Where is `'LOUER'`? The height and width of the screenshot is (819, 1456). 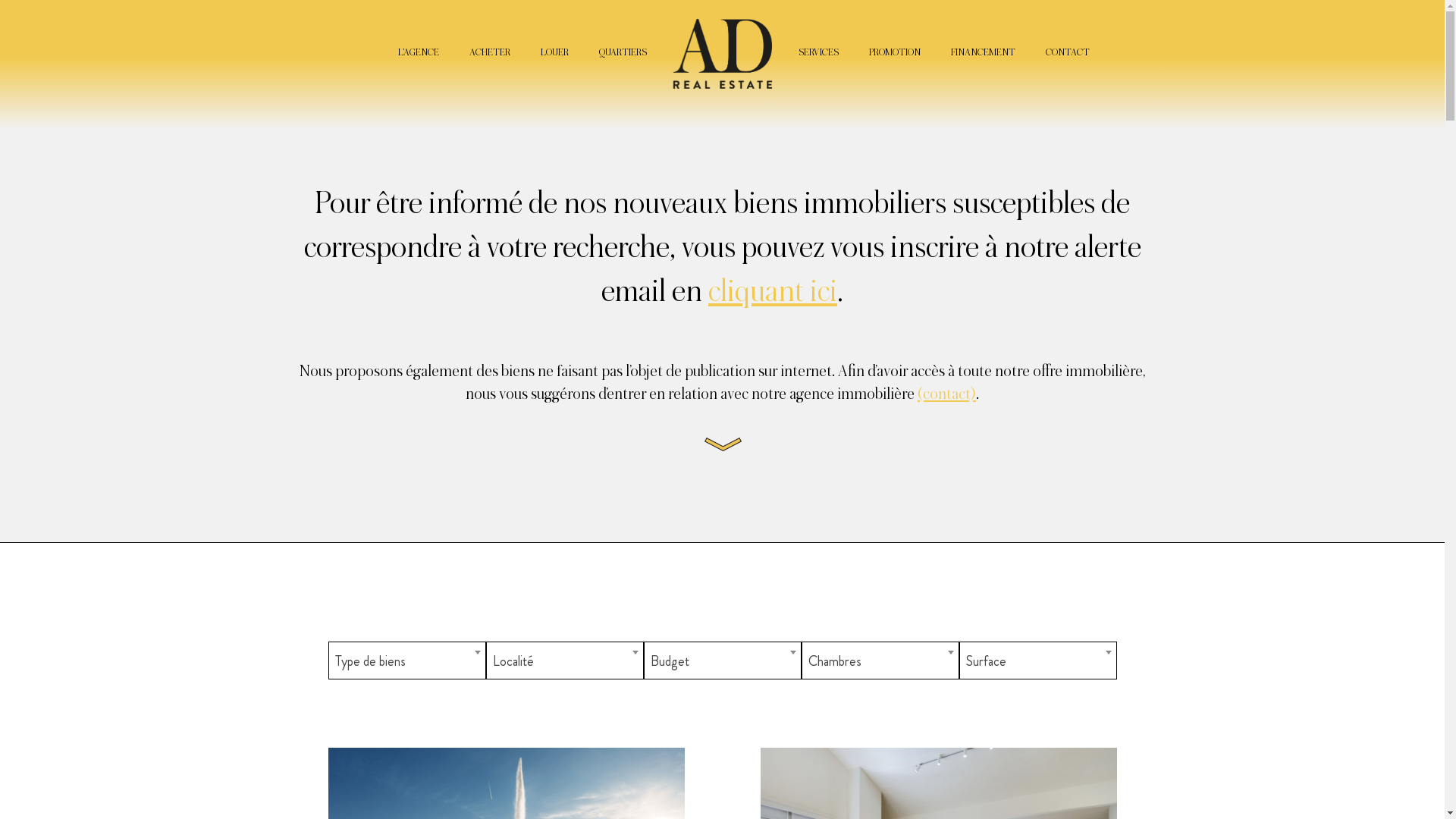 'LOUER' is located at coordinates (553, 52).